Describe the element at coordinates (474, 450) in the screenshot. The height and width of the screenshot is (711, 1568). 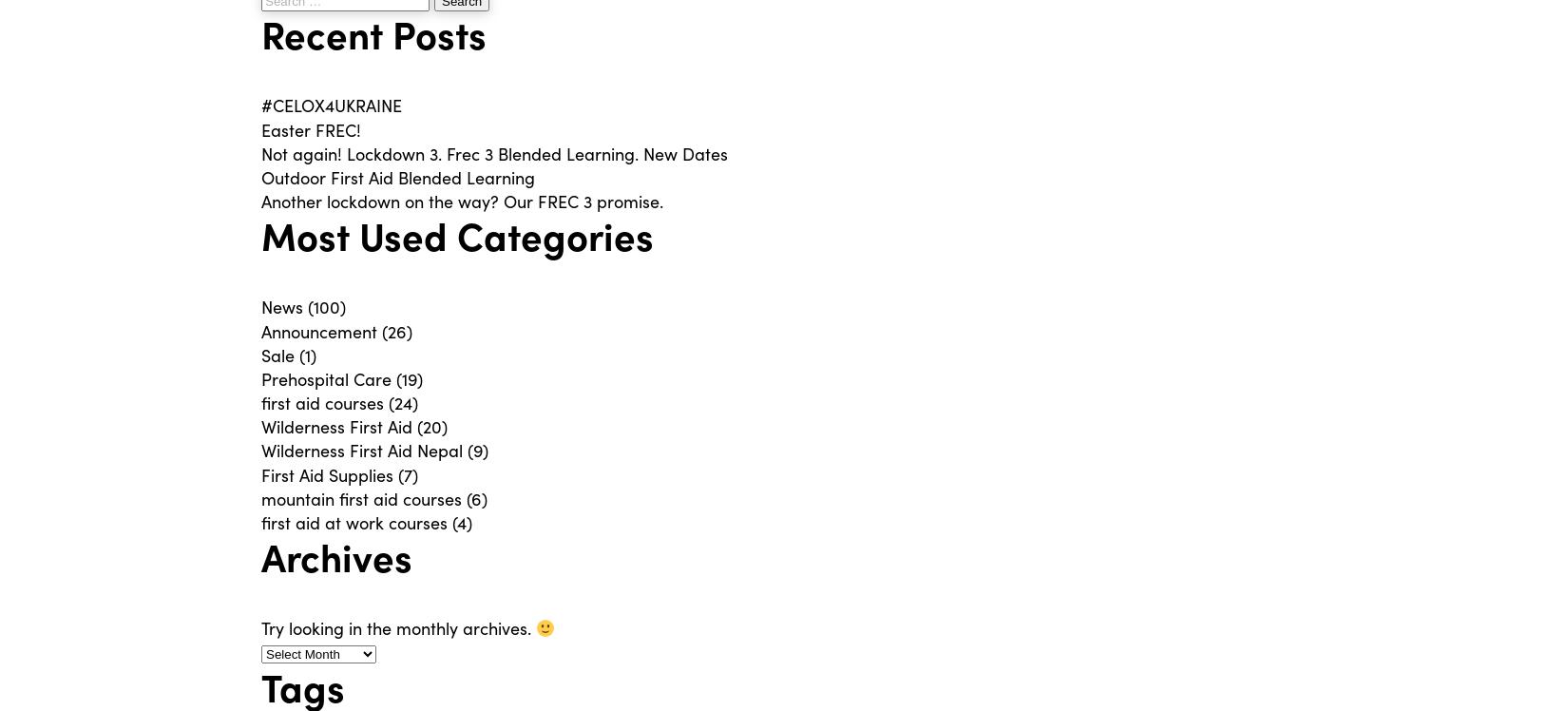
I see `'(9)'` at that location.